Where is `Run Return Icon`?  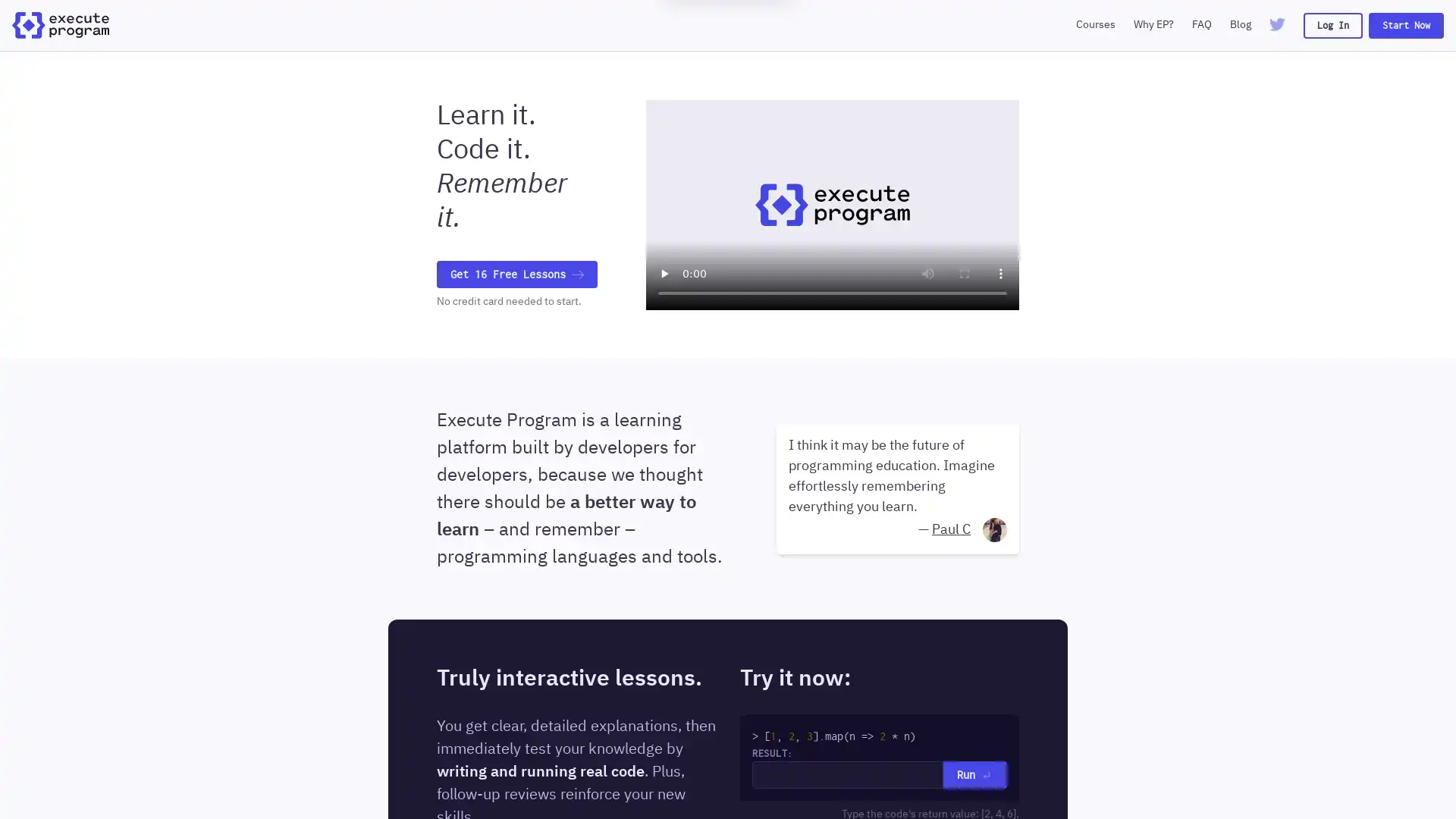
Run Return Icon is located at coordinates (975, 775).